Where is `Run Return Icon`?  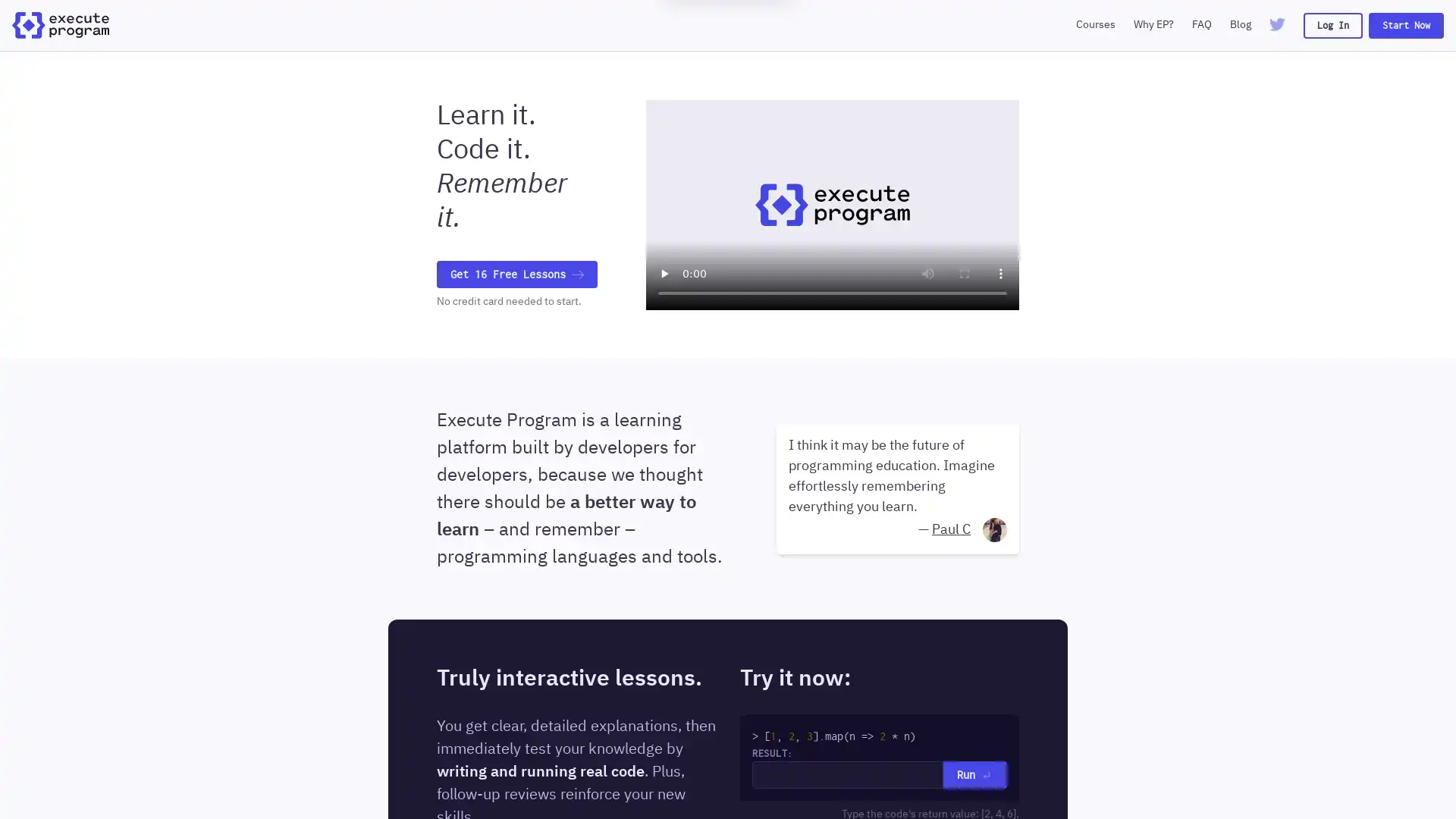
Run Return Icon is located at coordinates (975, 775).